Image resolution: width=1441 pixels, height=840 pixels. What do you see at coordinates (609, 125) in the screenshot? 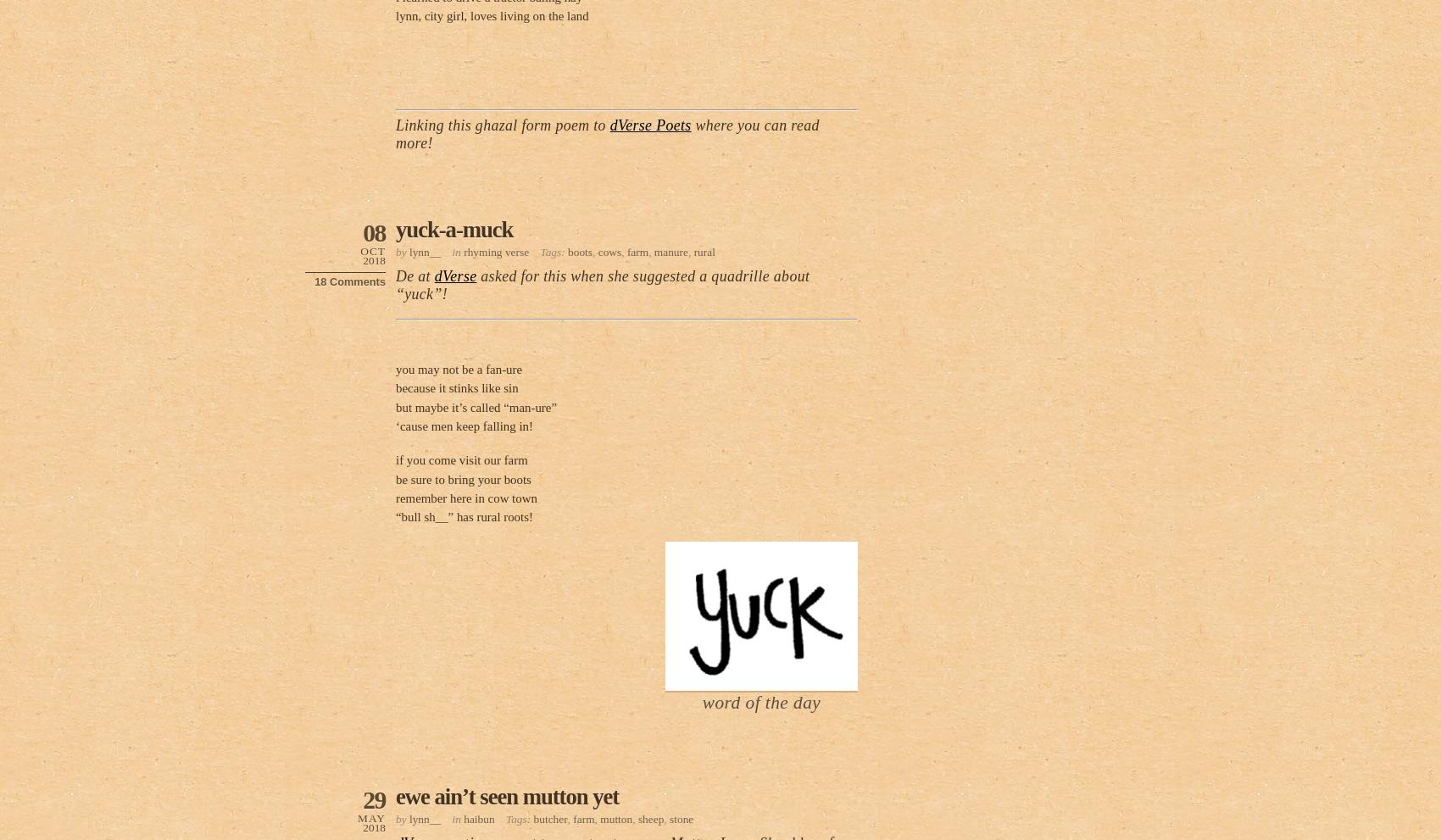
I see `'dVerse Poets'` at bounding box center [609, 125].